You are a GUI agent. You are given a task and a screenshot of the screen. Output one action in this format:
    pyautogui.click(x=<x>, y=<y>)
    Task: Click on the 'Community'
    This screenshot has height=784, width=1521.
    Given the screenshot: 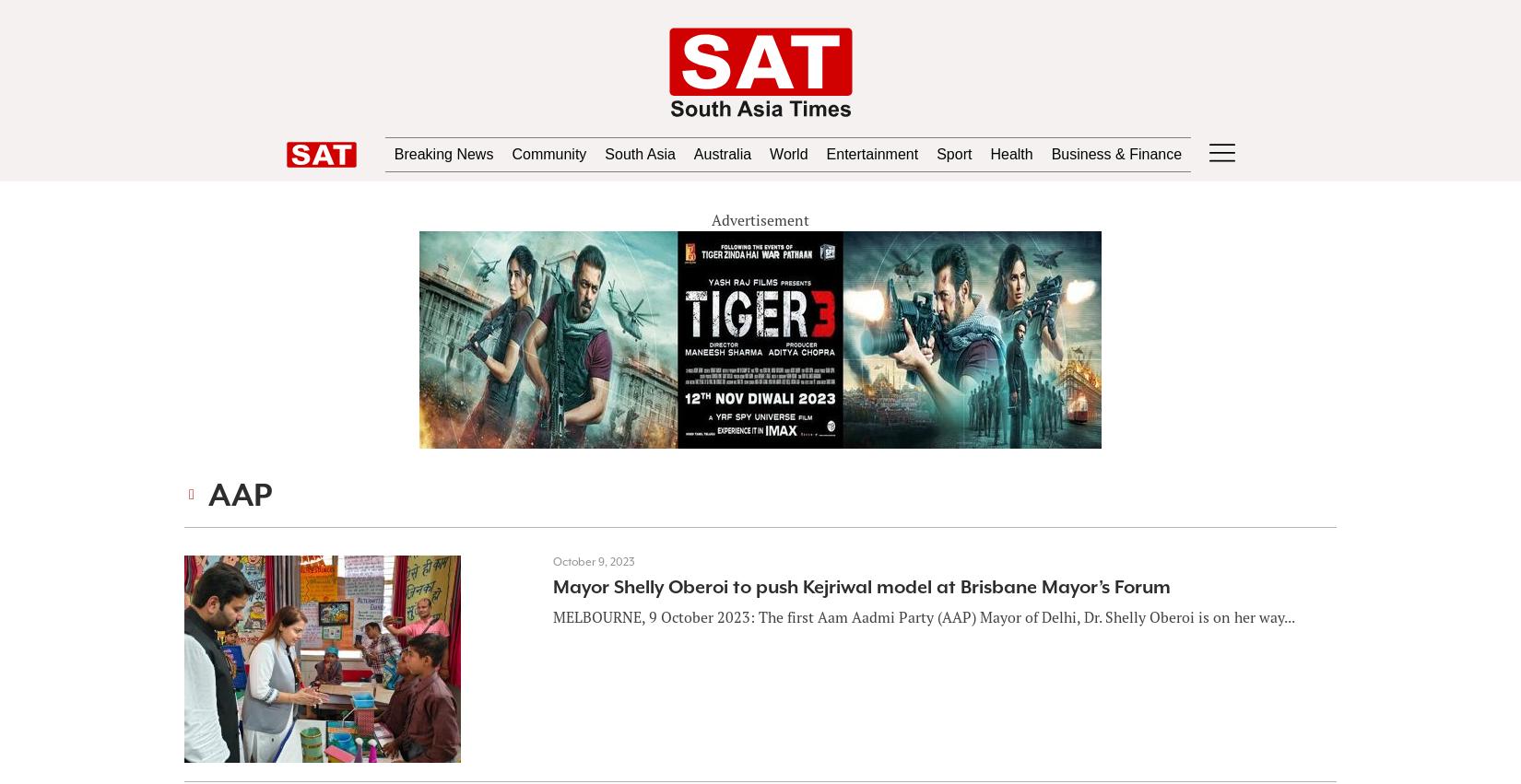 What is the action you would take?
    pyautogui.click(x=512, y=153)
    